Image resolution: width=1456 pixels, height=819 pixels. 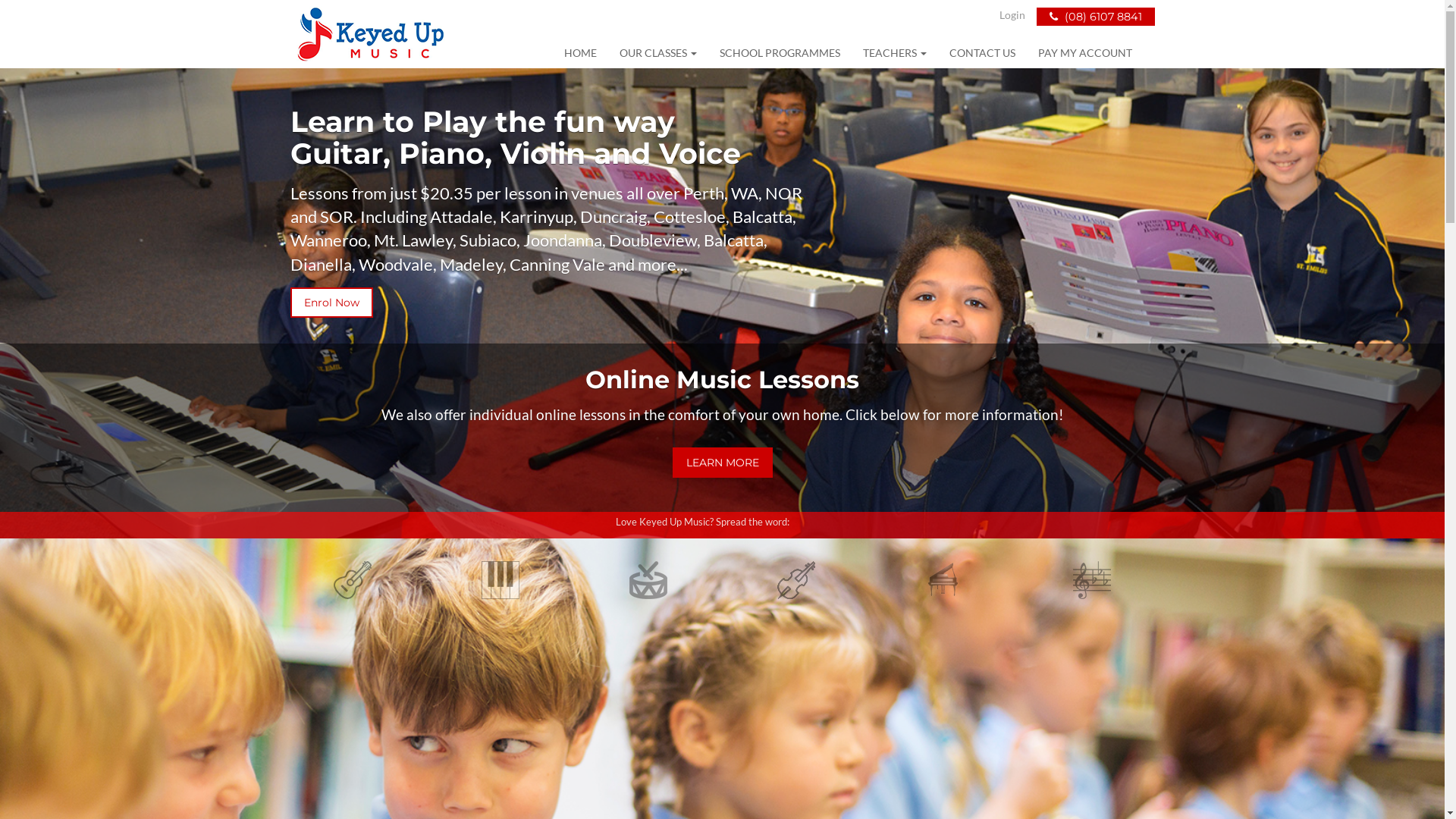 I want to click on 'OUR CLASSES', so click(x=658, y=52).